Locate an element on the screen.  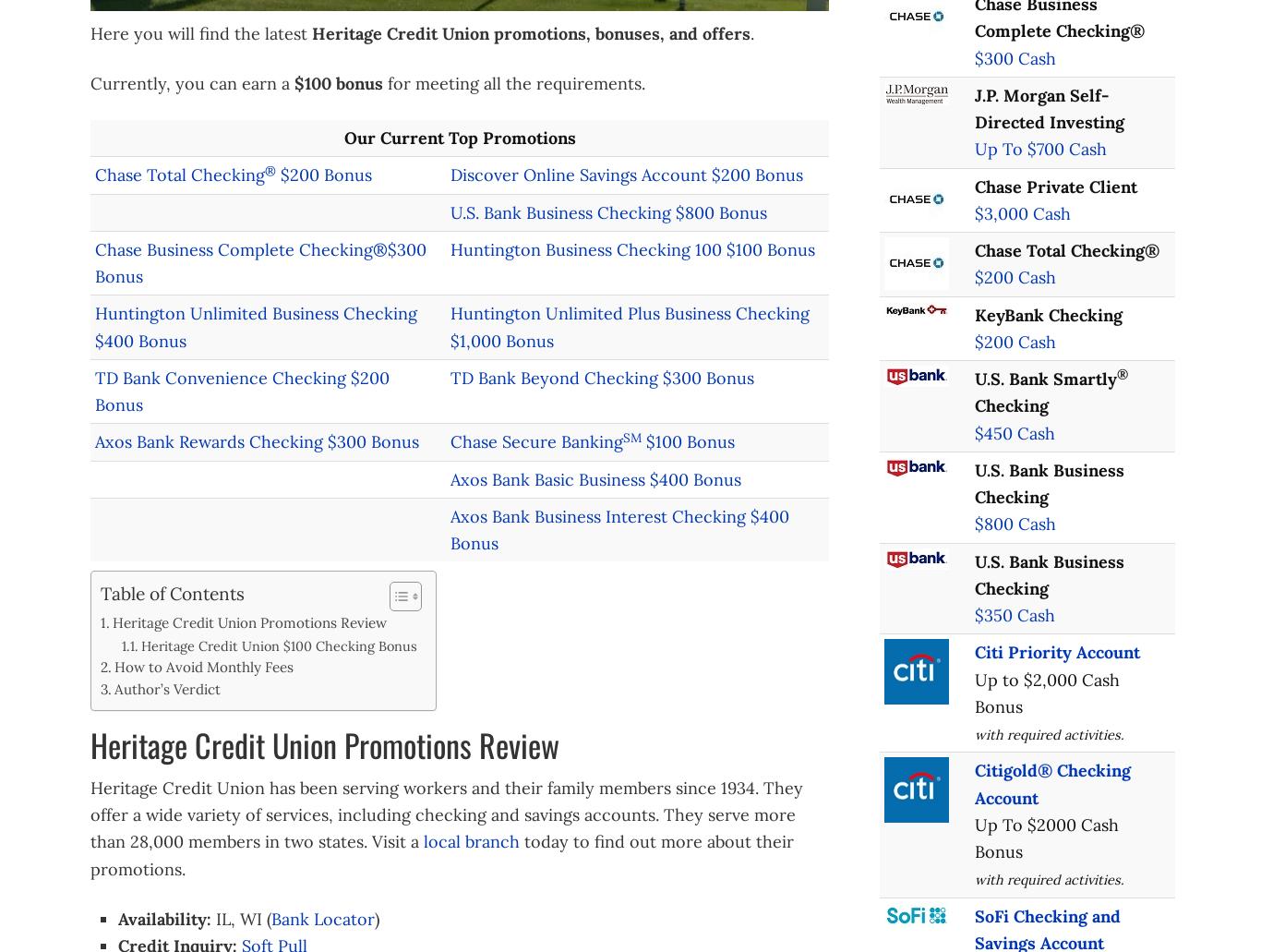
'Chase Total Checking' is located at coordinates (179, 174).